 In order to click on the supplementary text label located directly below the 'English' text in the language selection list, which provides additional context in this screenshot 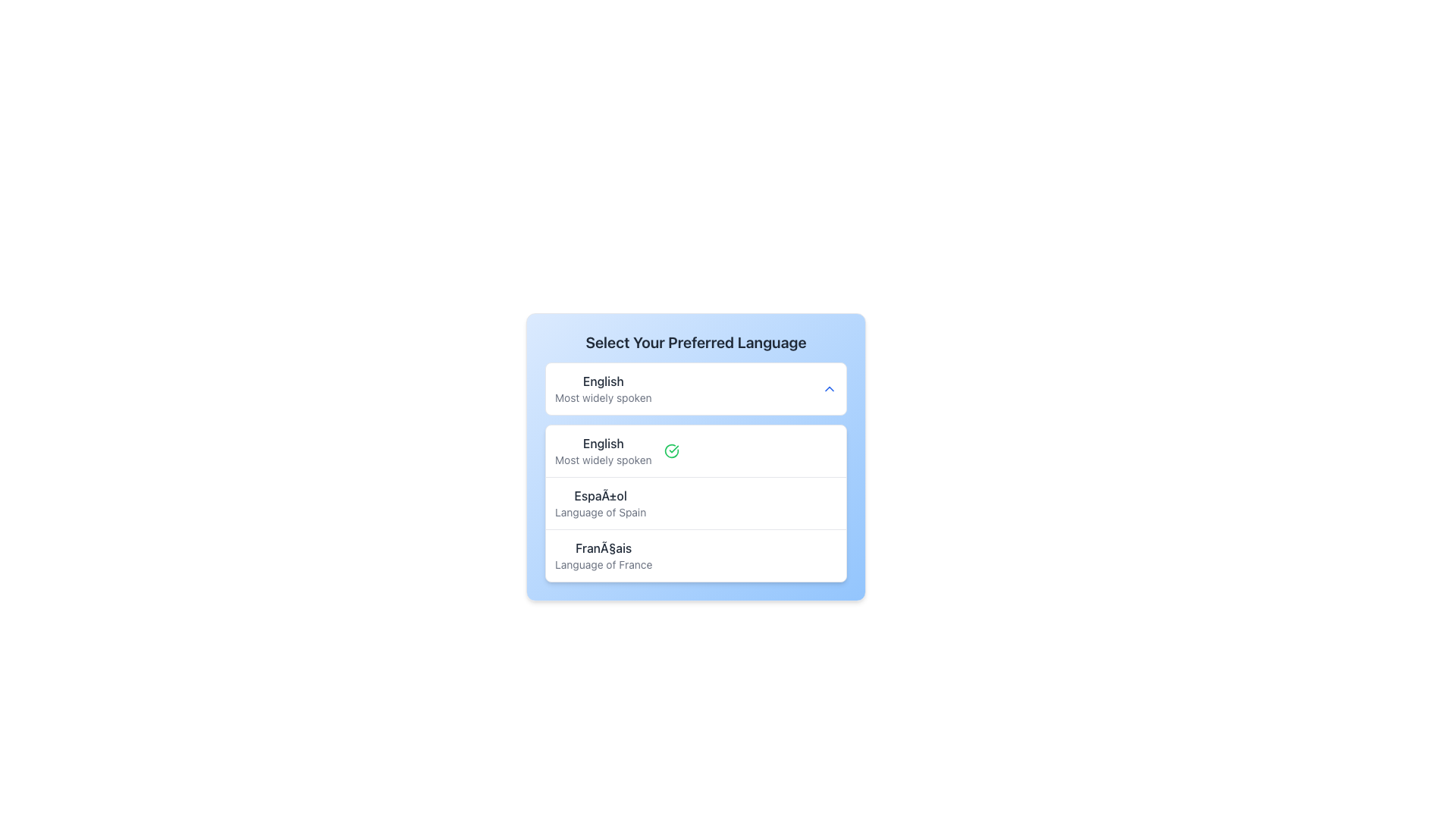, I will do `click(602, 459)`.